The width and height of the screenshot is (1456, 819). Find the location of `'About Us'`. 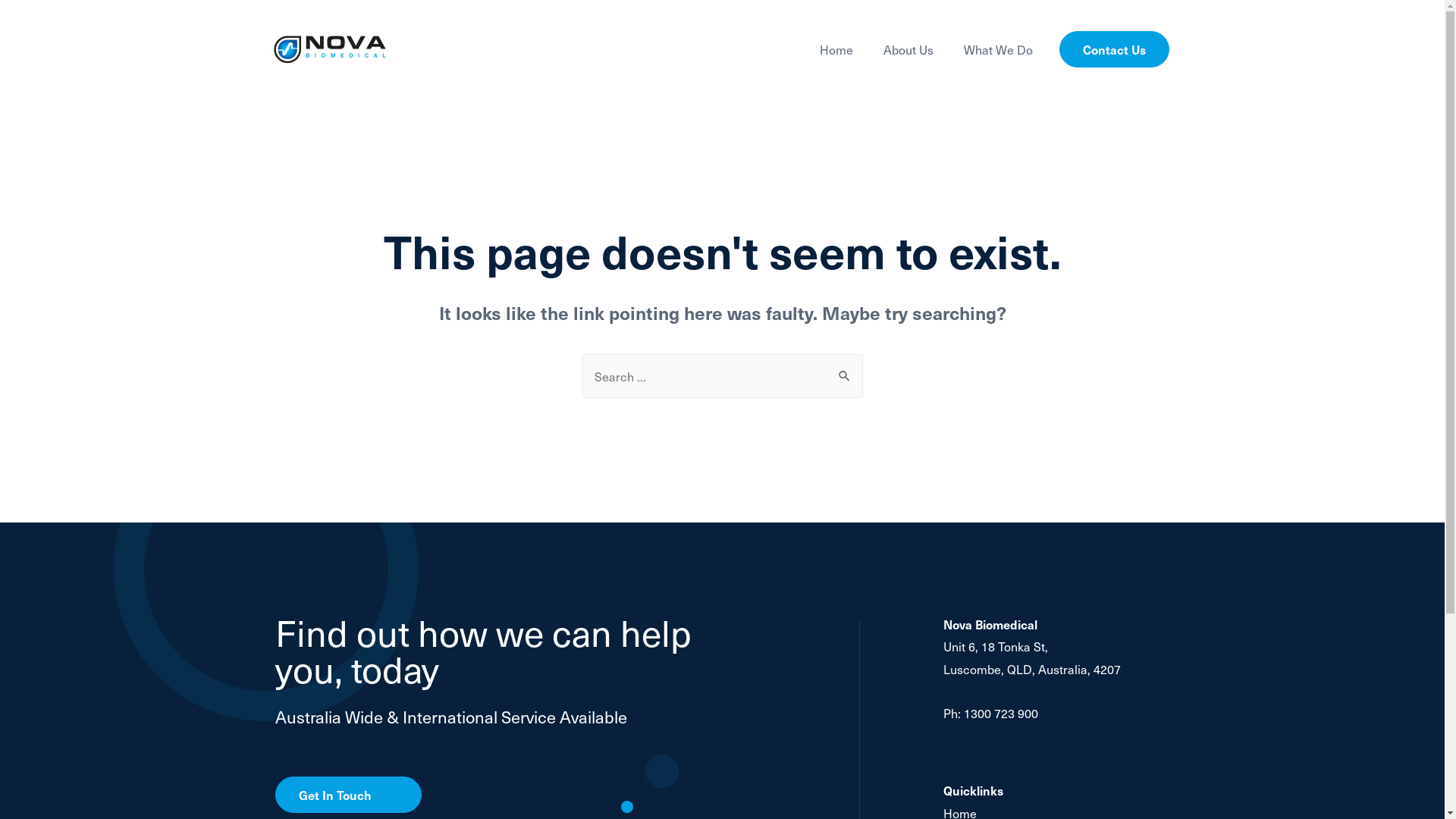

'About Us' is located at coordinates (908, 49).